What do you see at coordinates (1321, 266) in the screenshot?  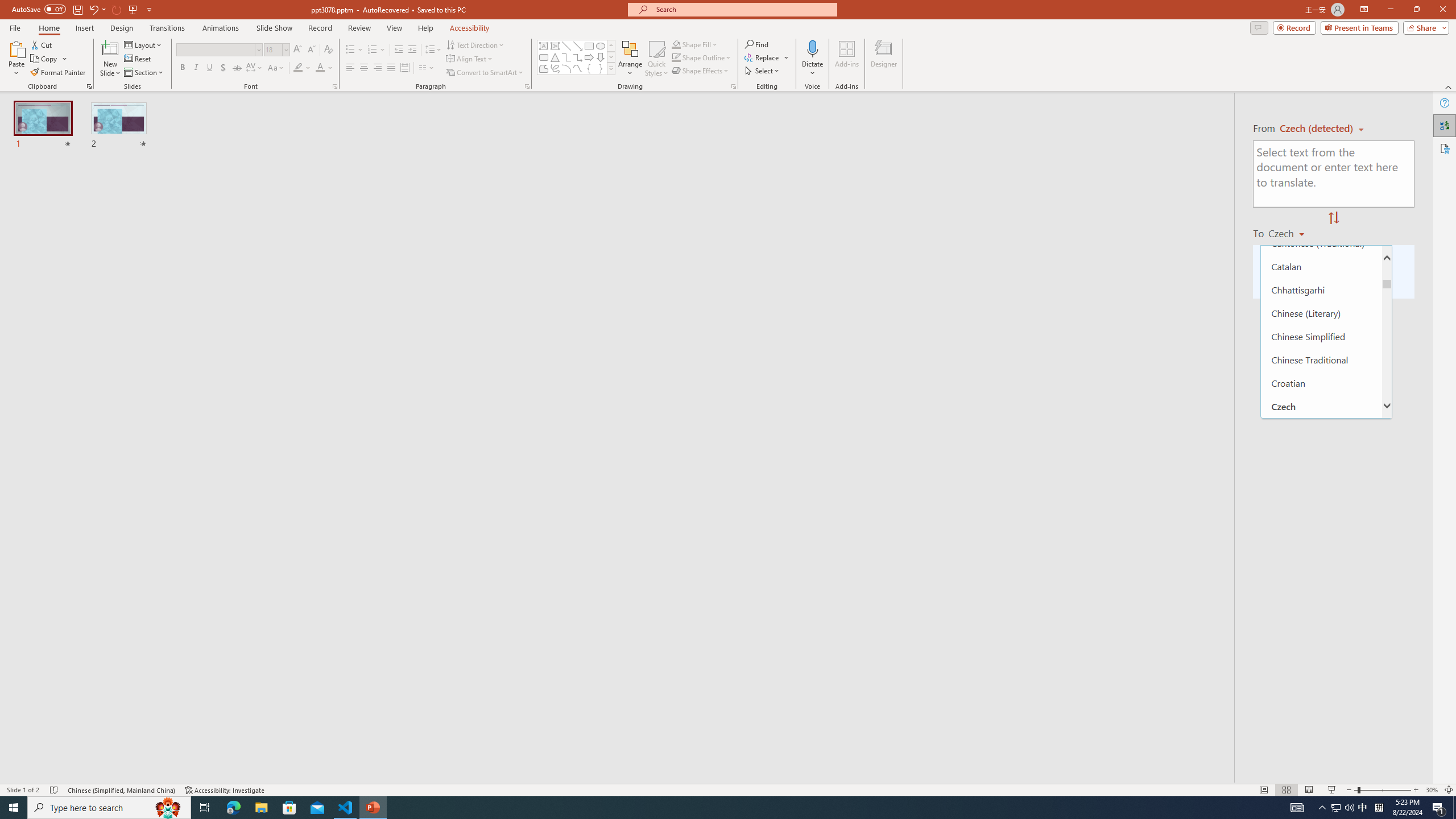 I see `'Catalan'` at bounding box center [1321, 266].